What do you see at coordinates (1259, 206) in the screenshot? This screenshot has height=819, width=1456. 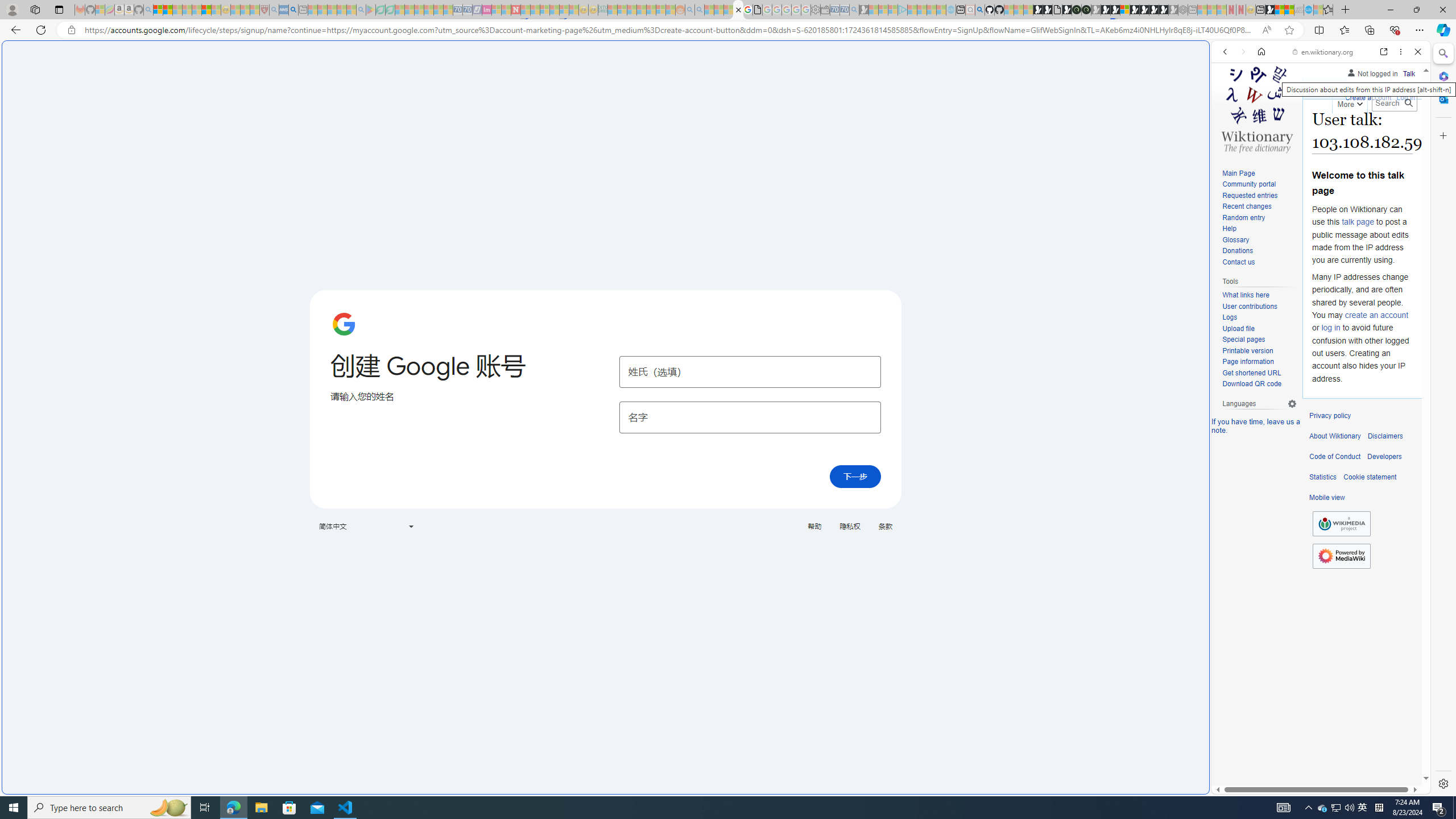 I see `'Recent changes'` at bounding box center [1259, 206].